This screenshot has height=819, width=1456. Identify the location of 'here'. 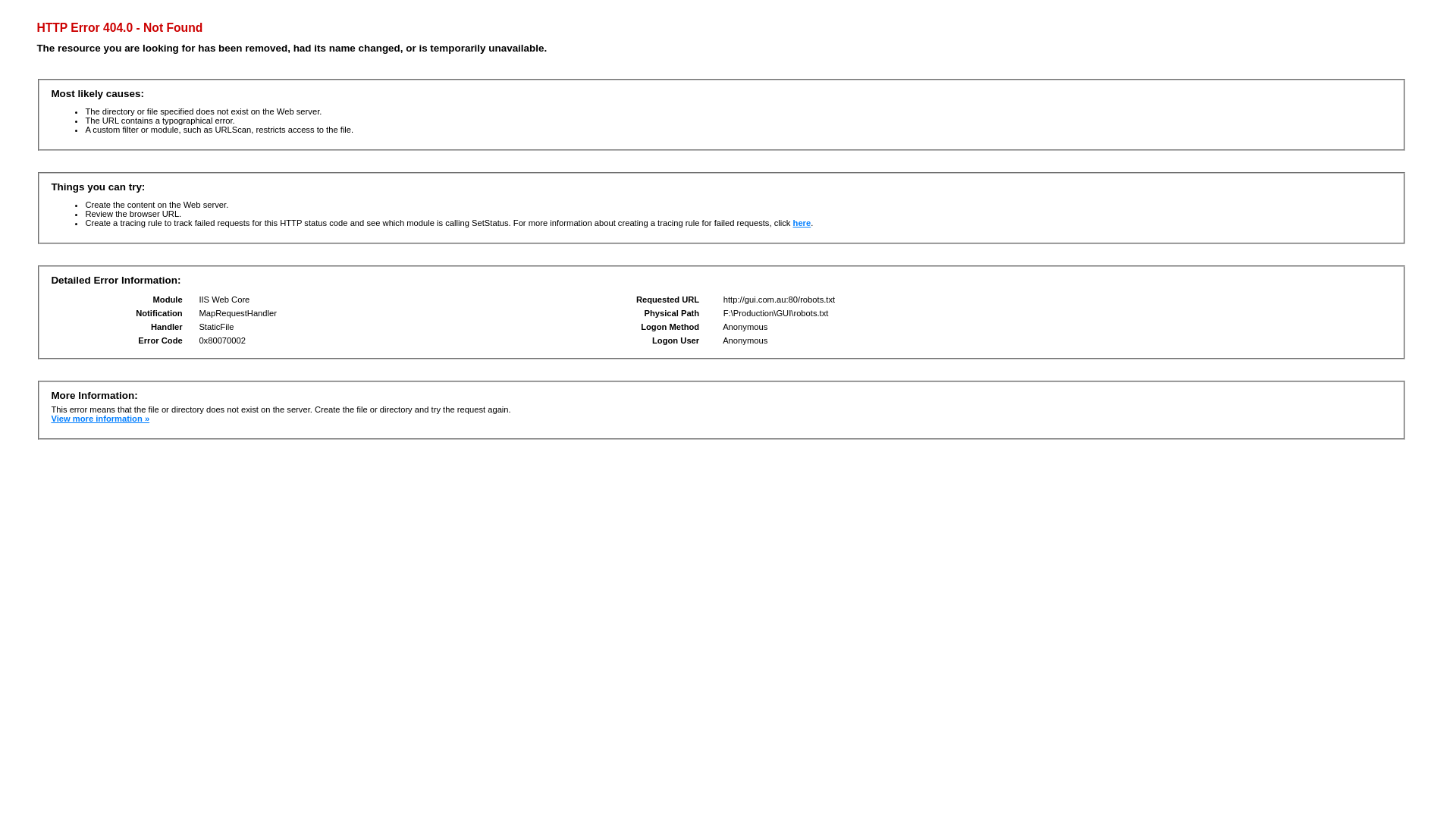
(801, 222).